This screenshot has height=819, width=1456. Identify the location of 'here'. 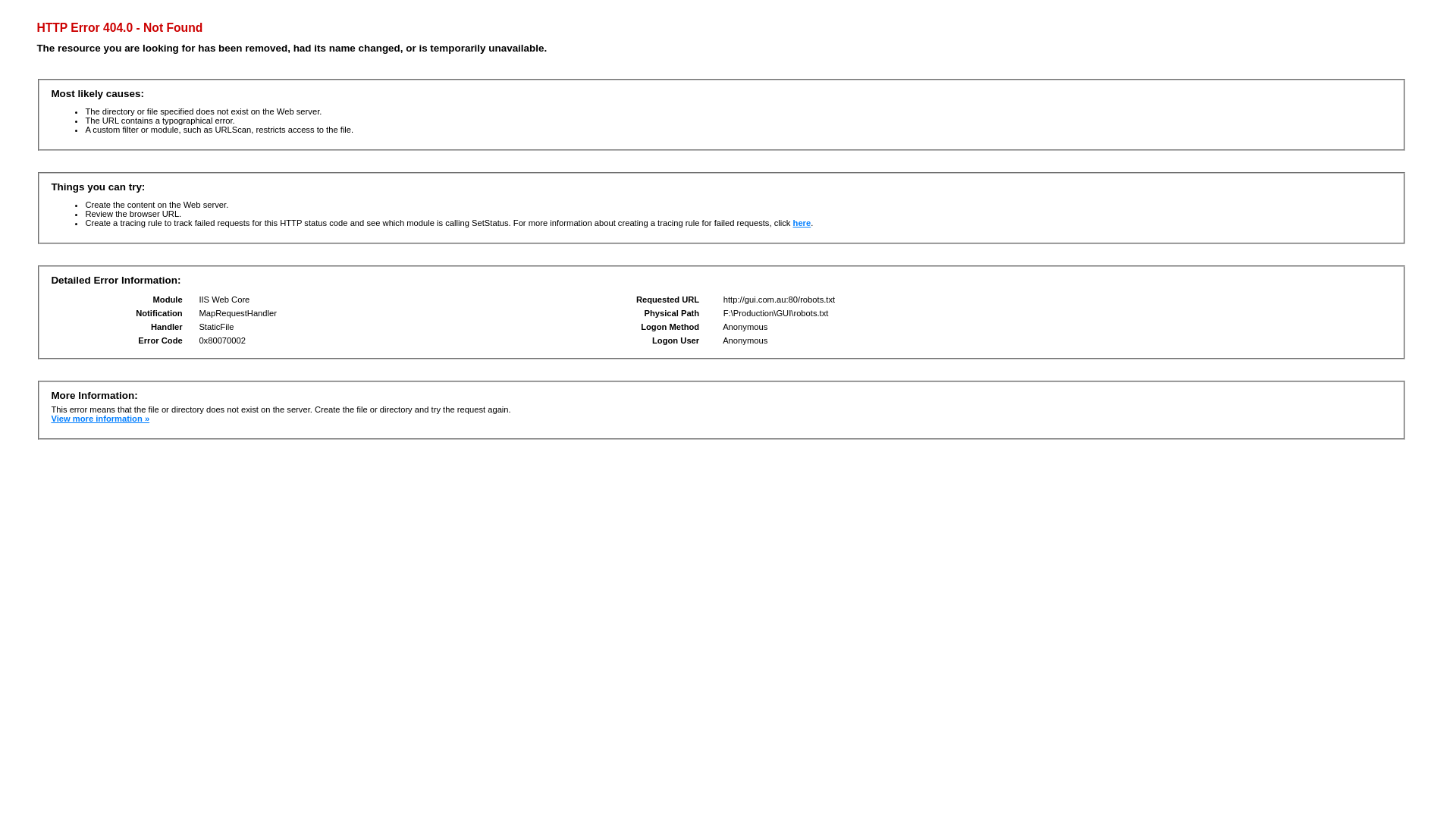
(801, 222).